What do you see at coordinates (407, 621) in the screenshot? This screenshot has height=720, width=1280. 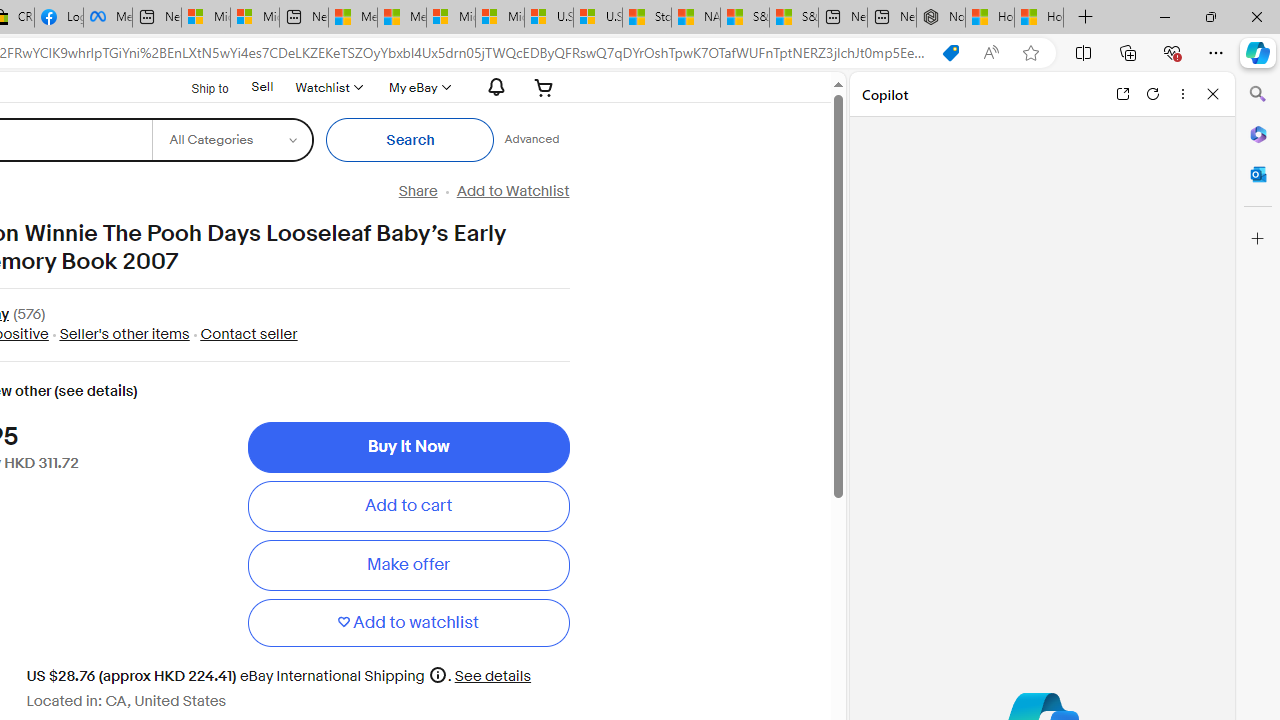 I see `'Add to watchlist'` at bounding box center [407, 621].